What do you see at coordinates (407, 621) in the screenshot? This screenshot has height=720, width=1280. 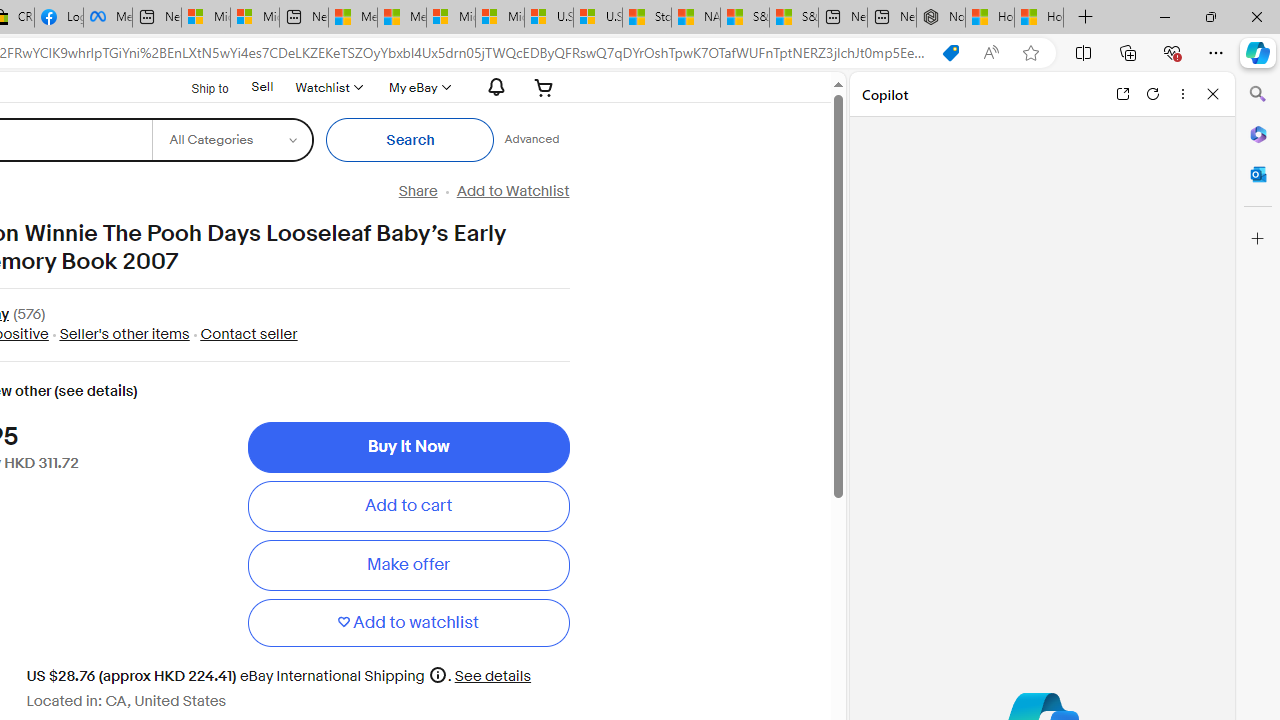 I see `'Add to watchlist'` at bounding box center [407, 621].